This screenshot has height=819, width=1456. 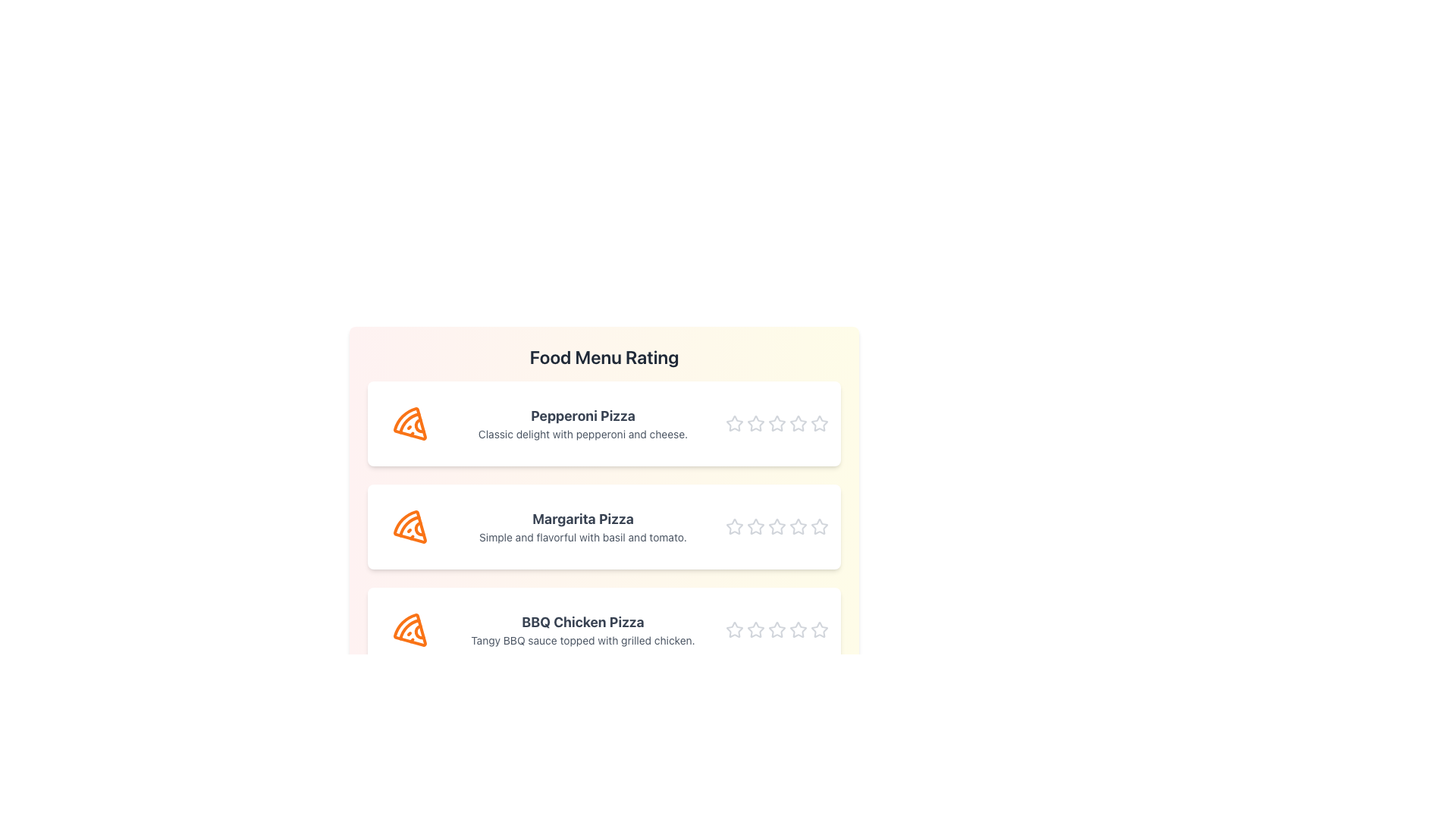 I want to click on the hollow star icon for rating corresponding to the 'BBQ Chicken Pizza' menu item, so click(x=735, y=629).